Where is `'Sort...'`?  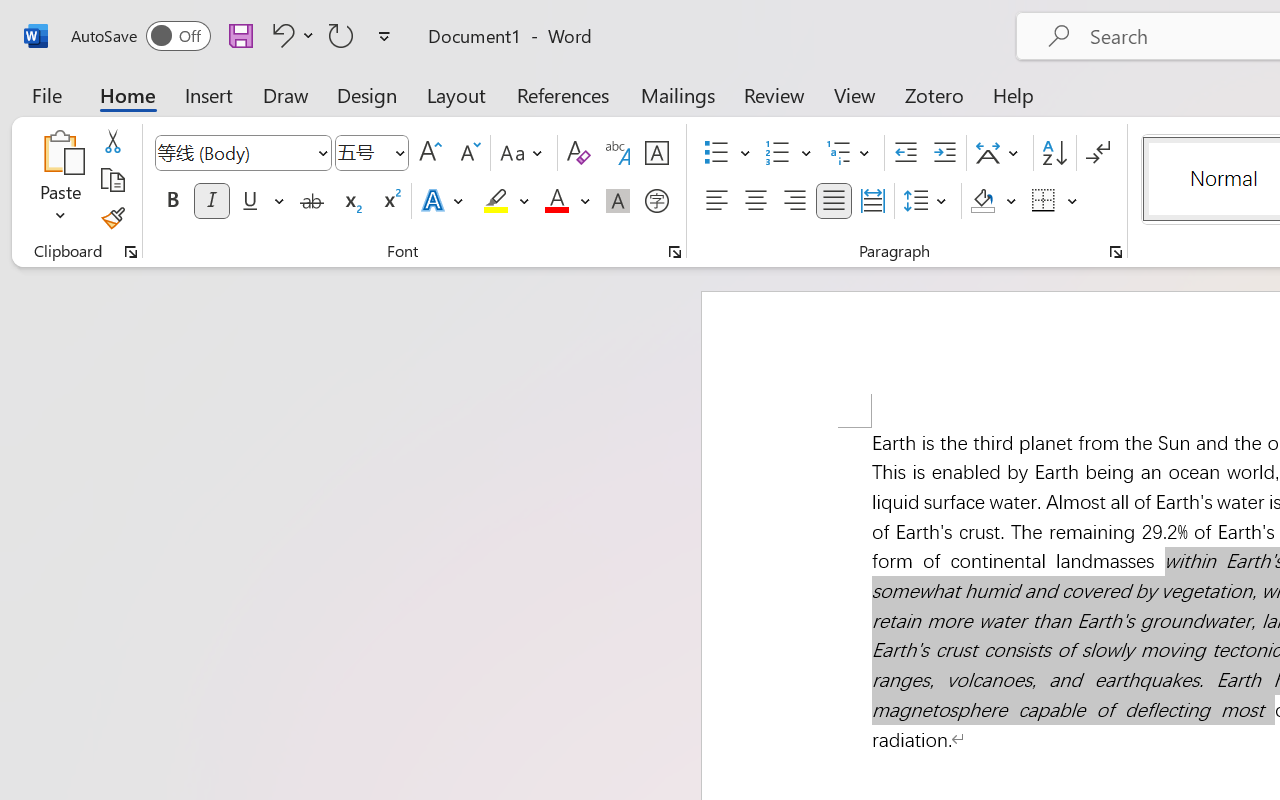
'Sort...' is located at coordinates (1053, 153).